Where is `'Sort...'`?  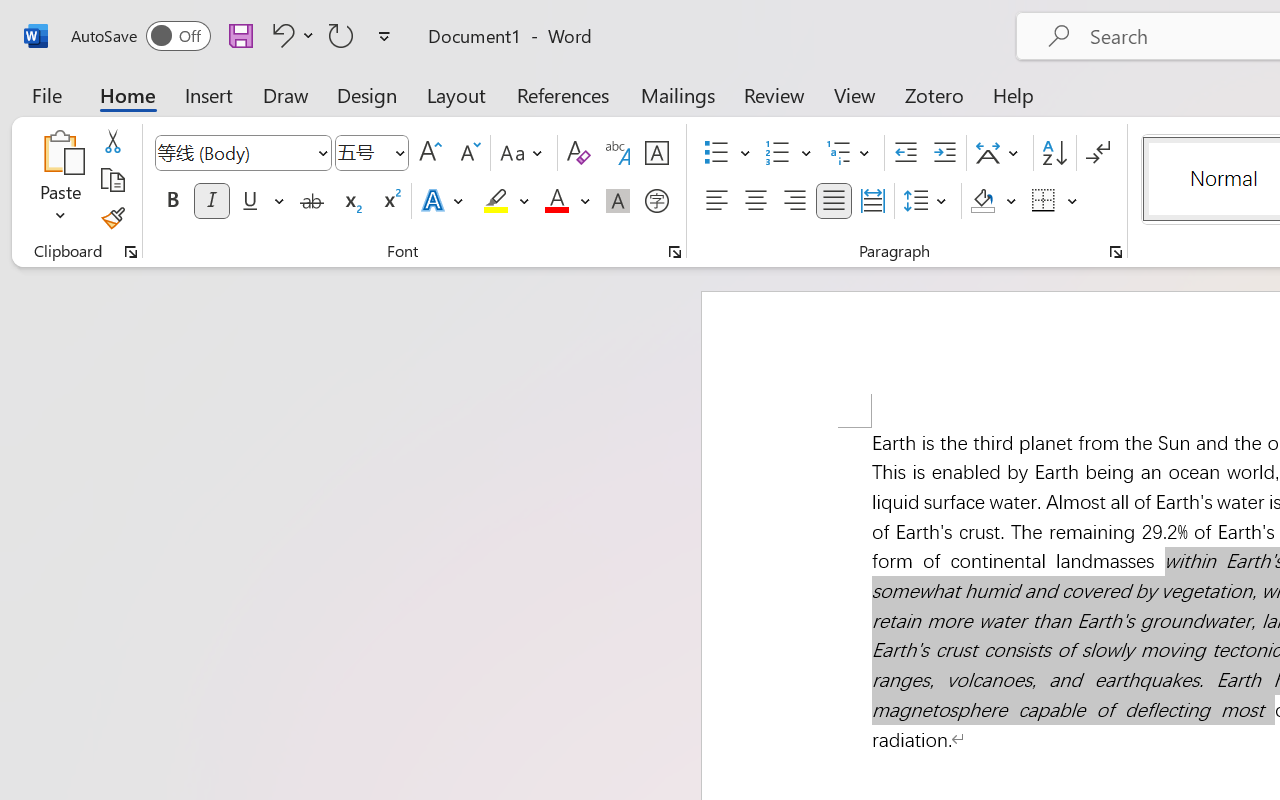
'Sort...' is located at coordinates (1053, 153).